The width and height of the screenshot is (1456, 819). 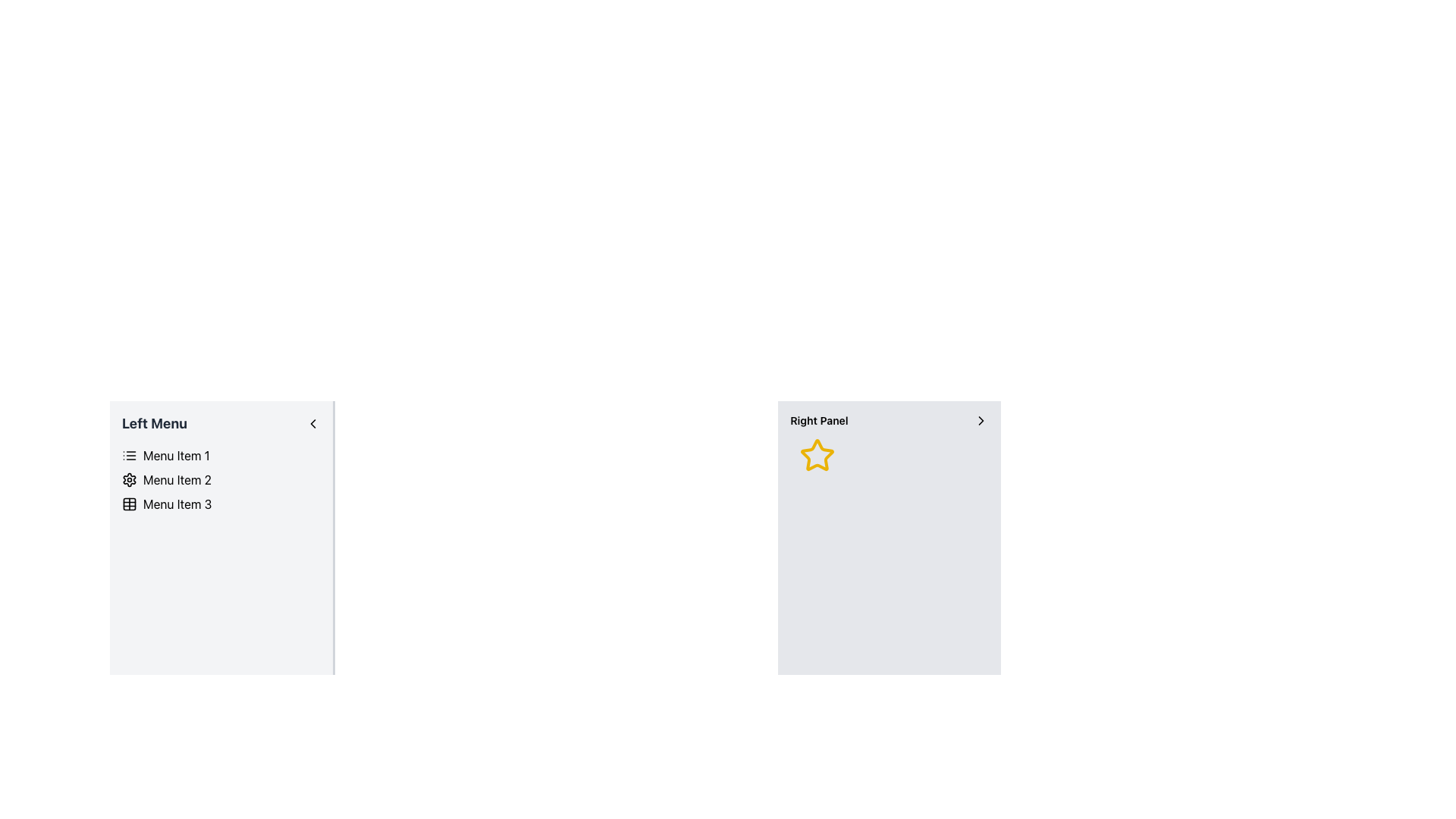 What do you see at coordinates (177, 504) in the screenshot?
I see `the third menu item text label with an associated icon in the left panel` at bounding box center [177, 504].